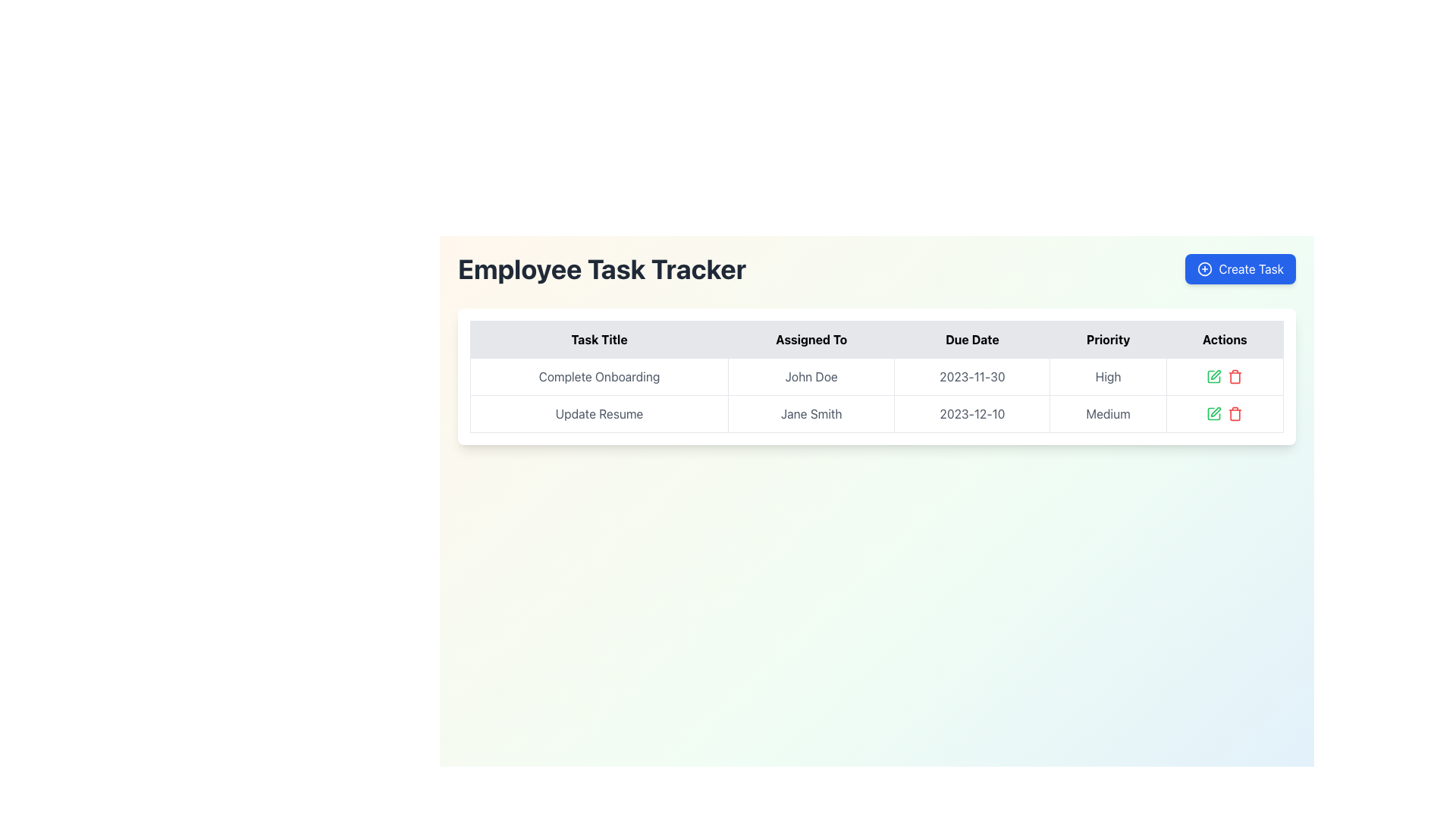 The image size is (1456, 819). I want to click on the text display element showing 'Complete Onboarding' in the first row of the table under the 'Task Title' column, so click(598, 376).